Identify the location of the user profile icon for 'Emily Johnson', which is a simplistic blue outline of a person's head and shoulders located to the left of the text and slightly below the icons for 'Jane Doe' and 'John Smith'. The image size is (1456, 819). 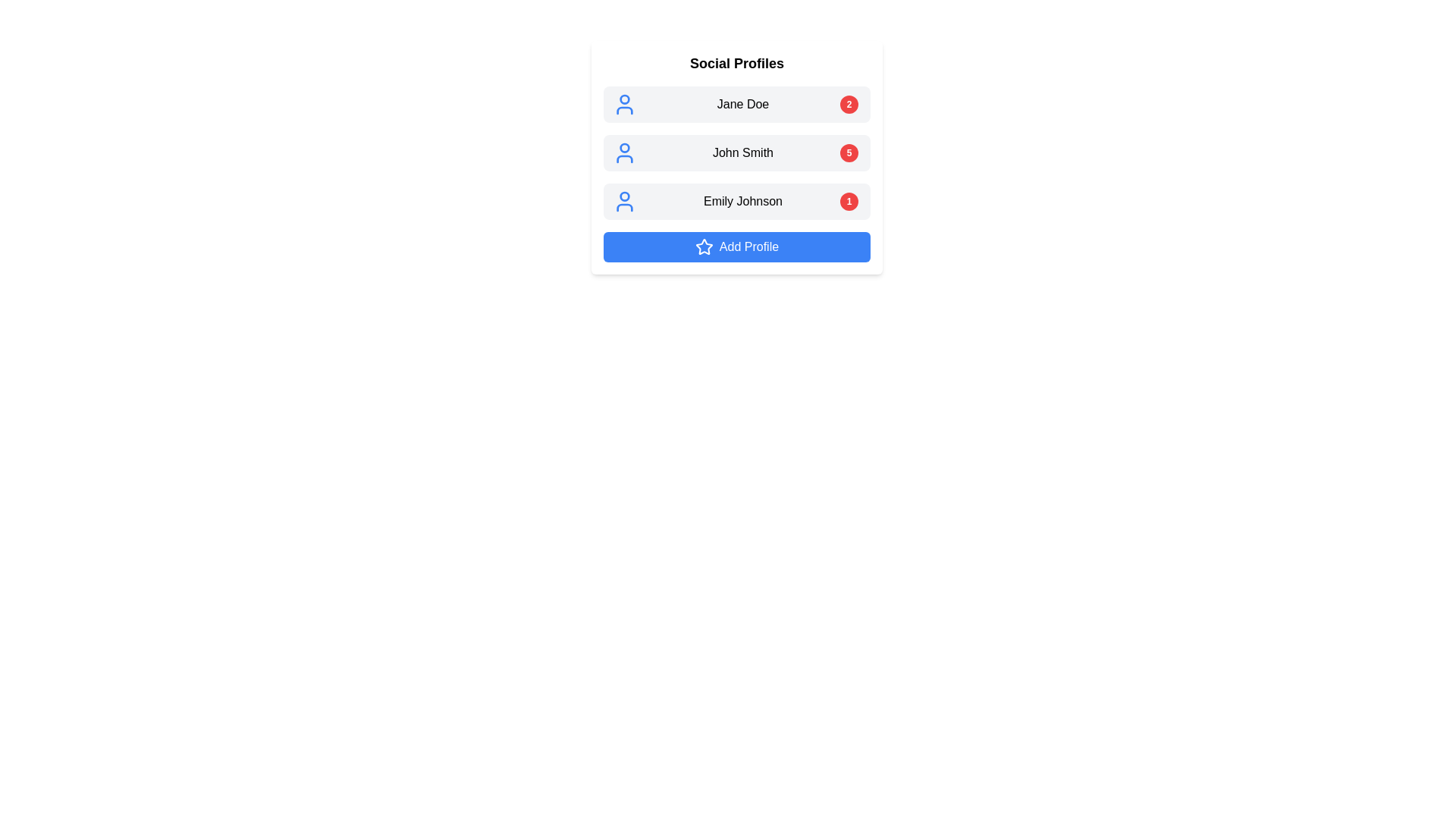
(625, 201).